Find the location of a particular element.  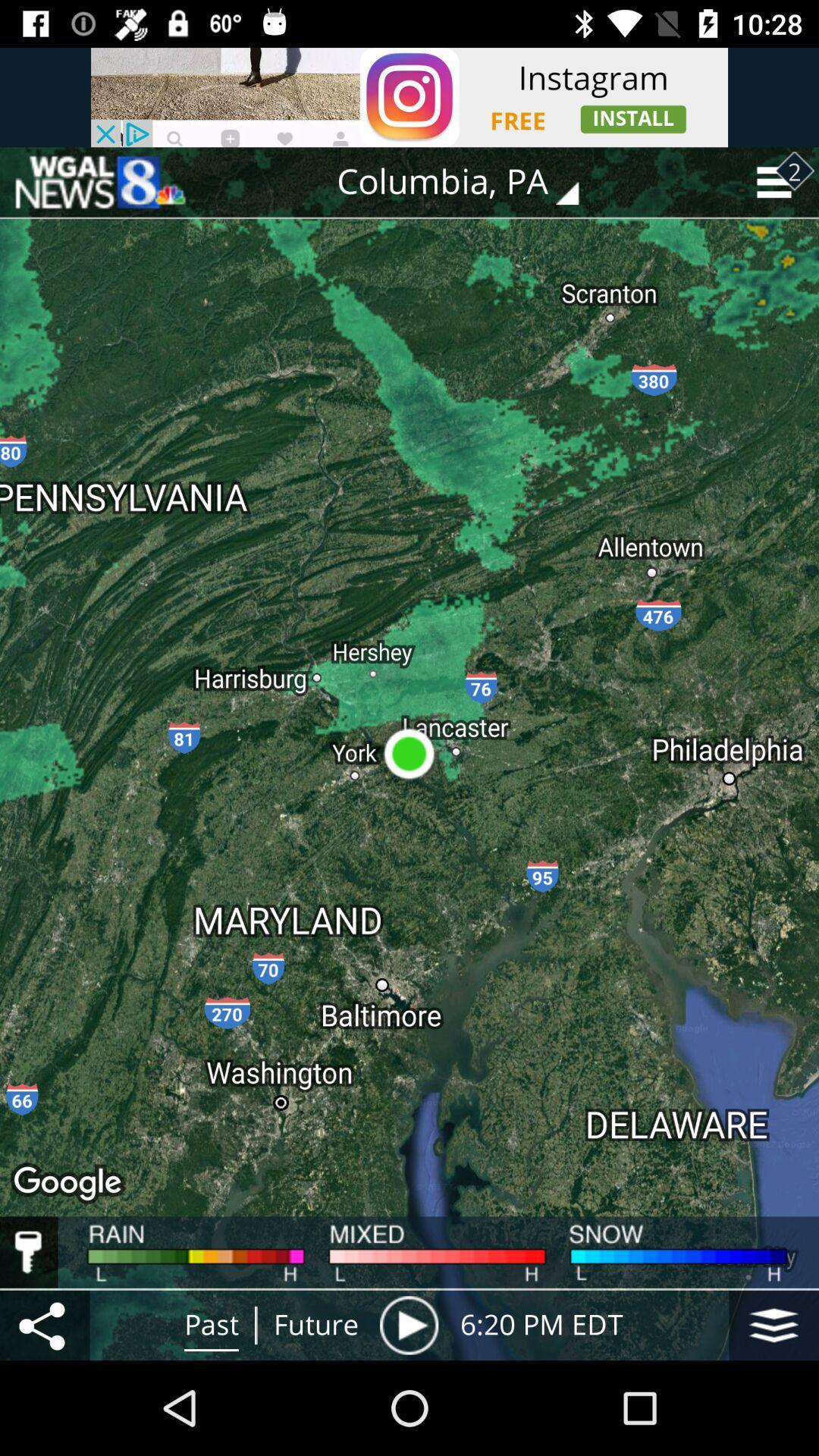

this page was advetisment is located at coordinates (99, 182).